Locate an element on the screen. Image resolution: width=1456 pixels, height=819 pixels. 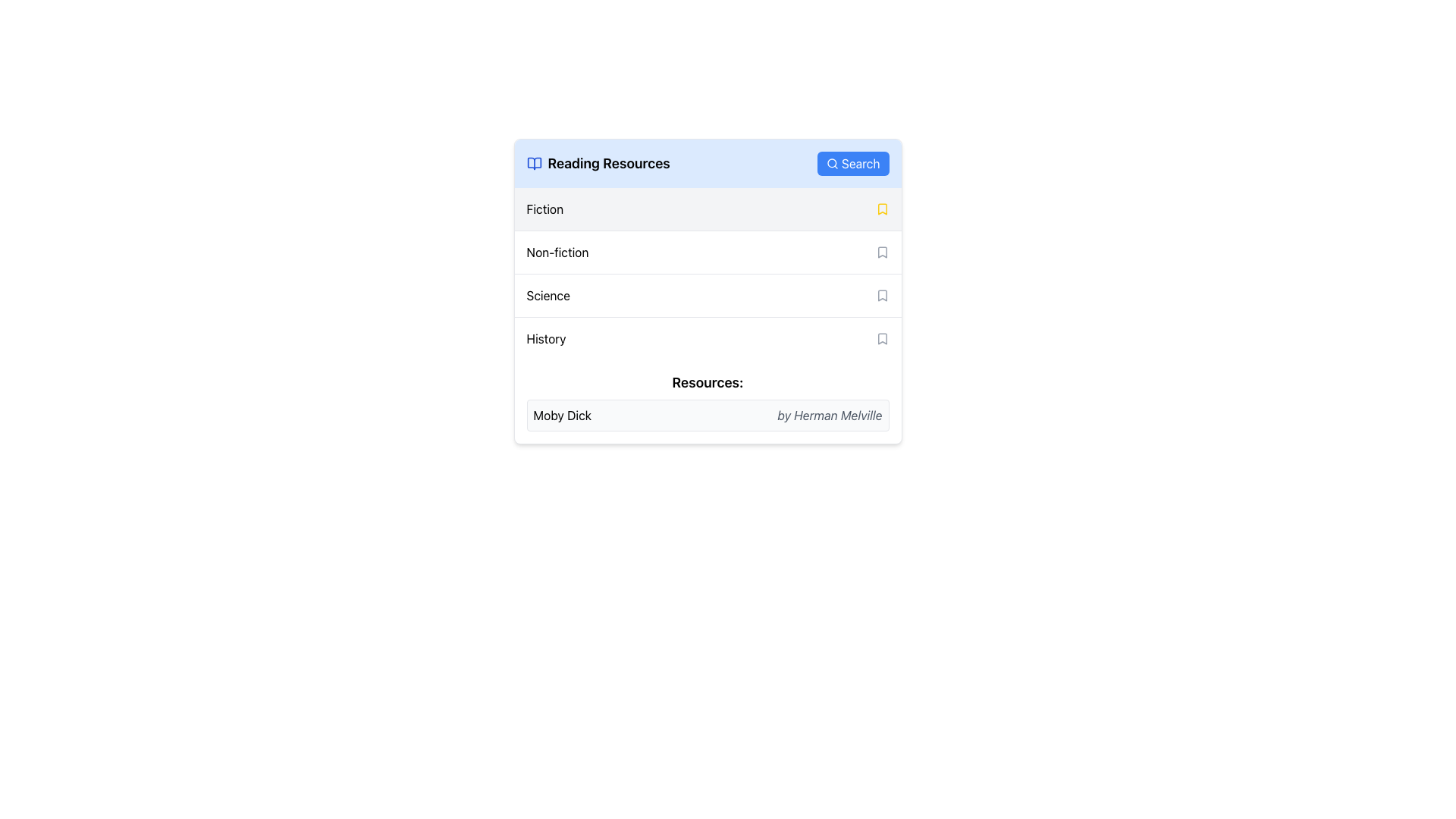
the text component styled in italic with gray color displaying 'by Herman Melville' is located at coordinates (829, 415).